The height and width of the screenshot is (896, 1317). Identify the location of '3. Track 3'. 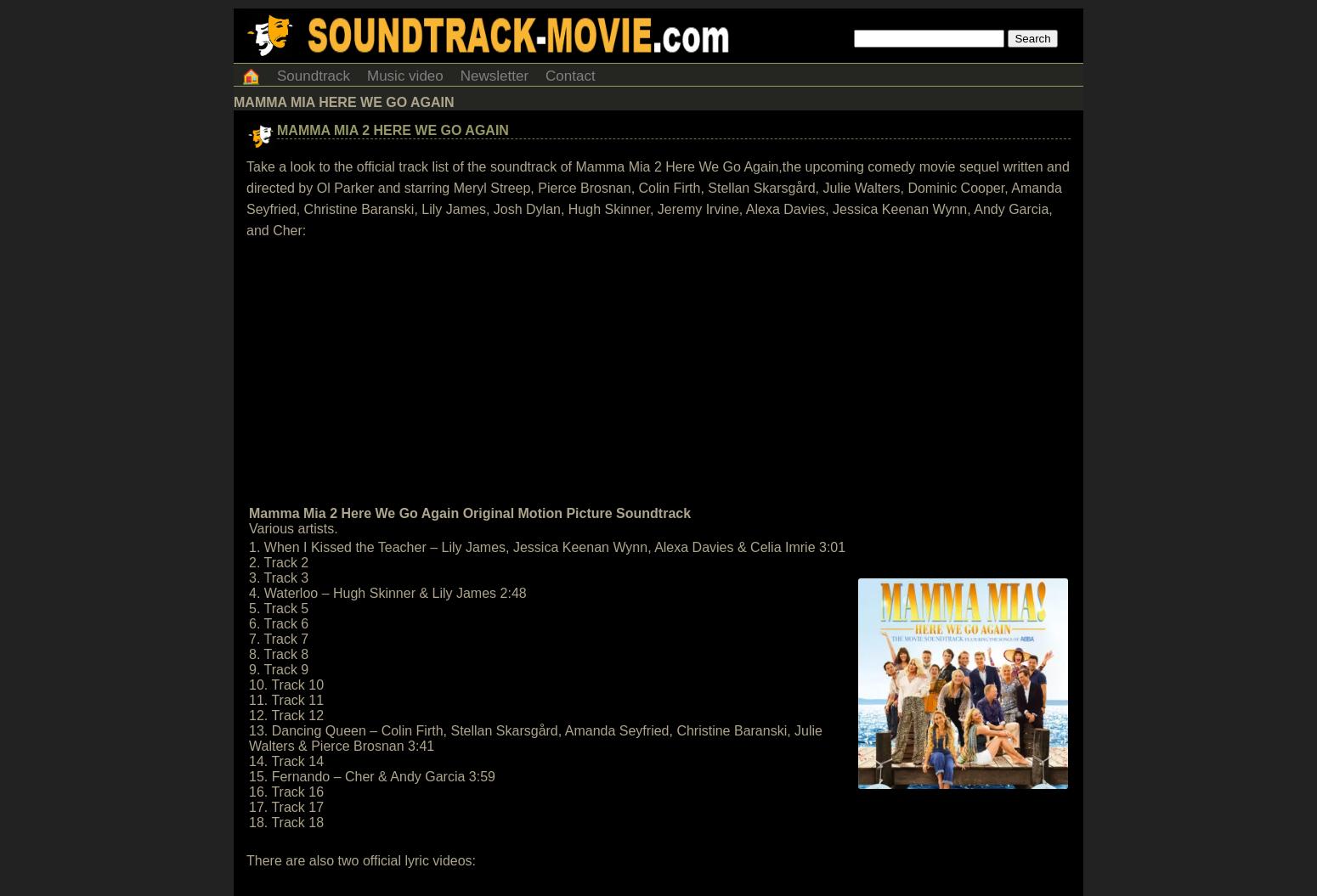
(277, 577).